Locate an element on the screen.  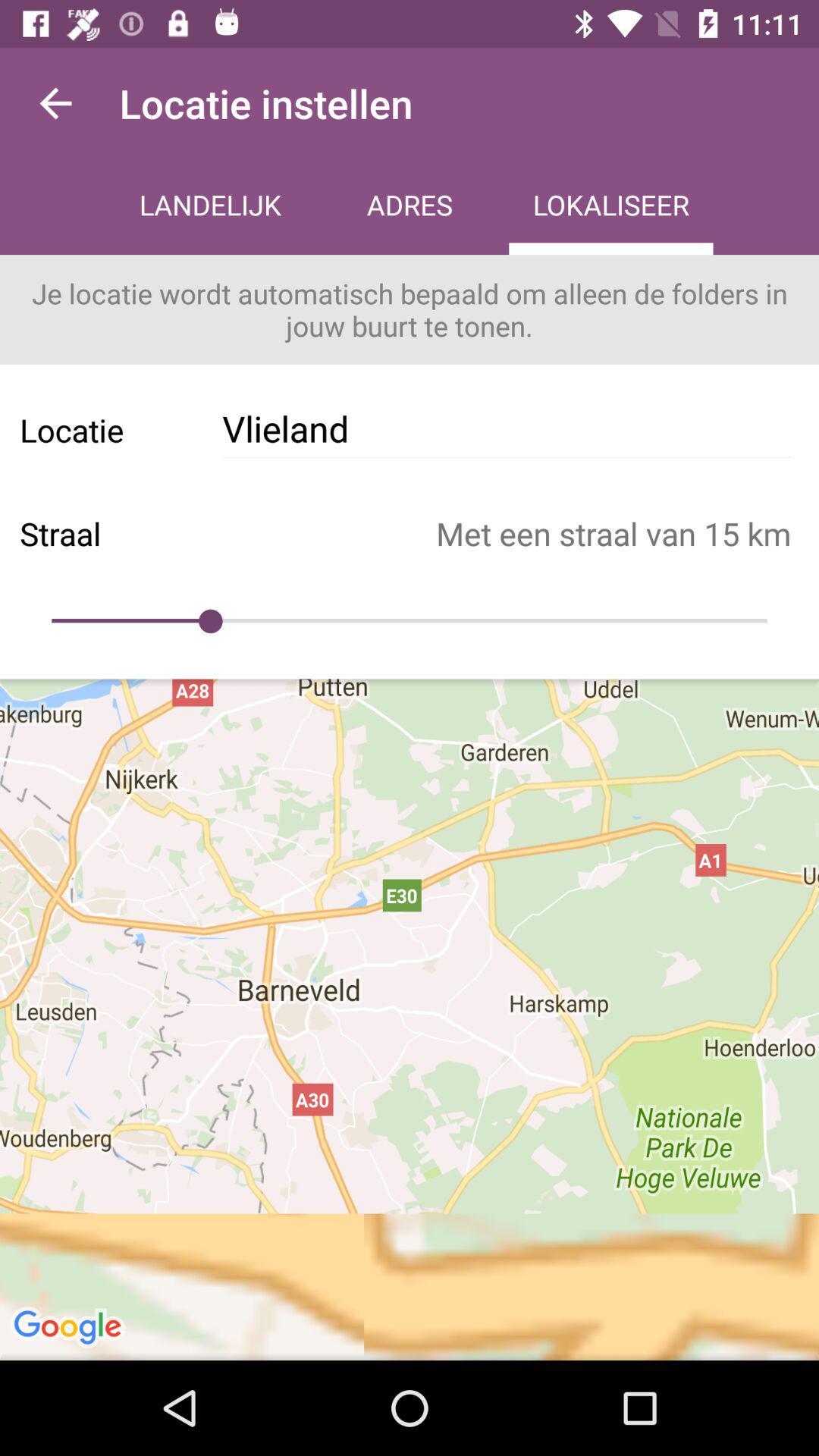
item to the left of the lokaliseer item is located at coordinates (409, 206).